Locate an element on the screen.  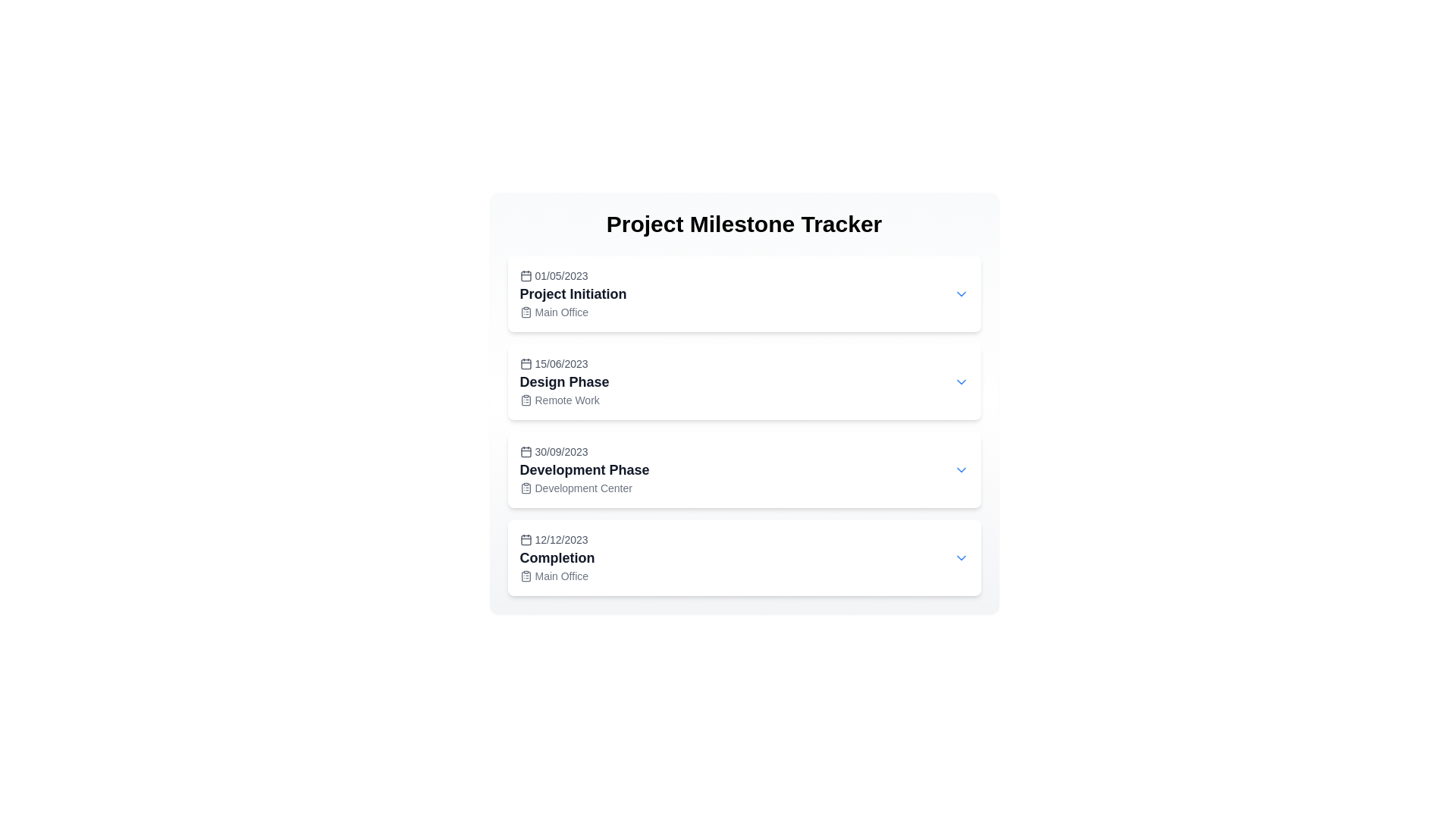
the 'Remote Work' label, which is aligned to the right of a clipboard icon, located below the 'Design Phase' title is located at coordinates (563, 400).